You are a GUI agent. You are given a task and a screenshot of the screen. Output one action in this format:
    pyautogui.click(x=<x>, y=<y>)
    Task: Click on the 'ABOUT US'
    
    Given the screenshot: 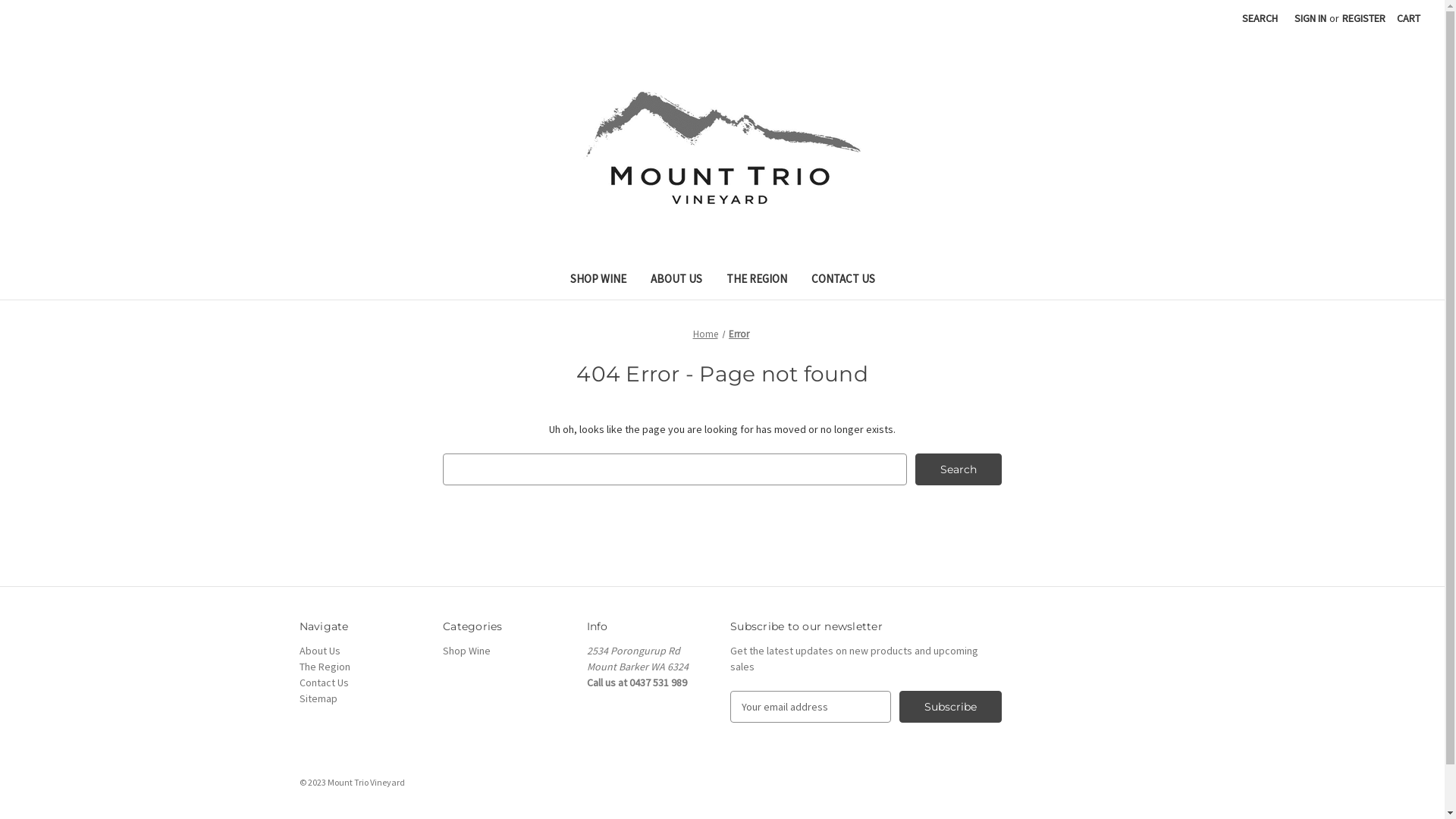 What is the action you would take?
    pyautogui.click(x=676, y=281)
    